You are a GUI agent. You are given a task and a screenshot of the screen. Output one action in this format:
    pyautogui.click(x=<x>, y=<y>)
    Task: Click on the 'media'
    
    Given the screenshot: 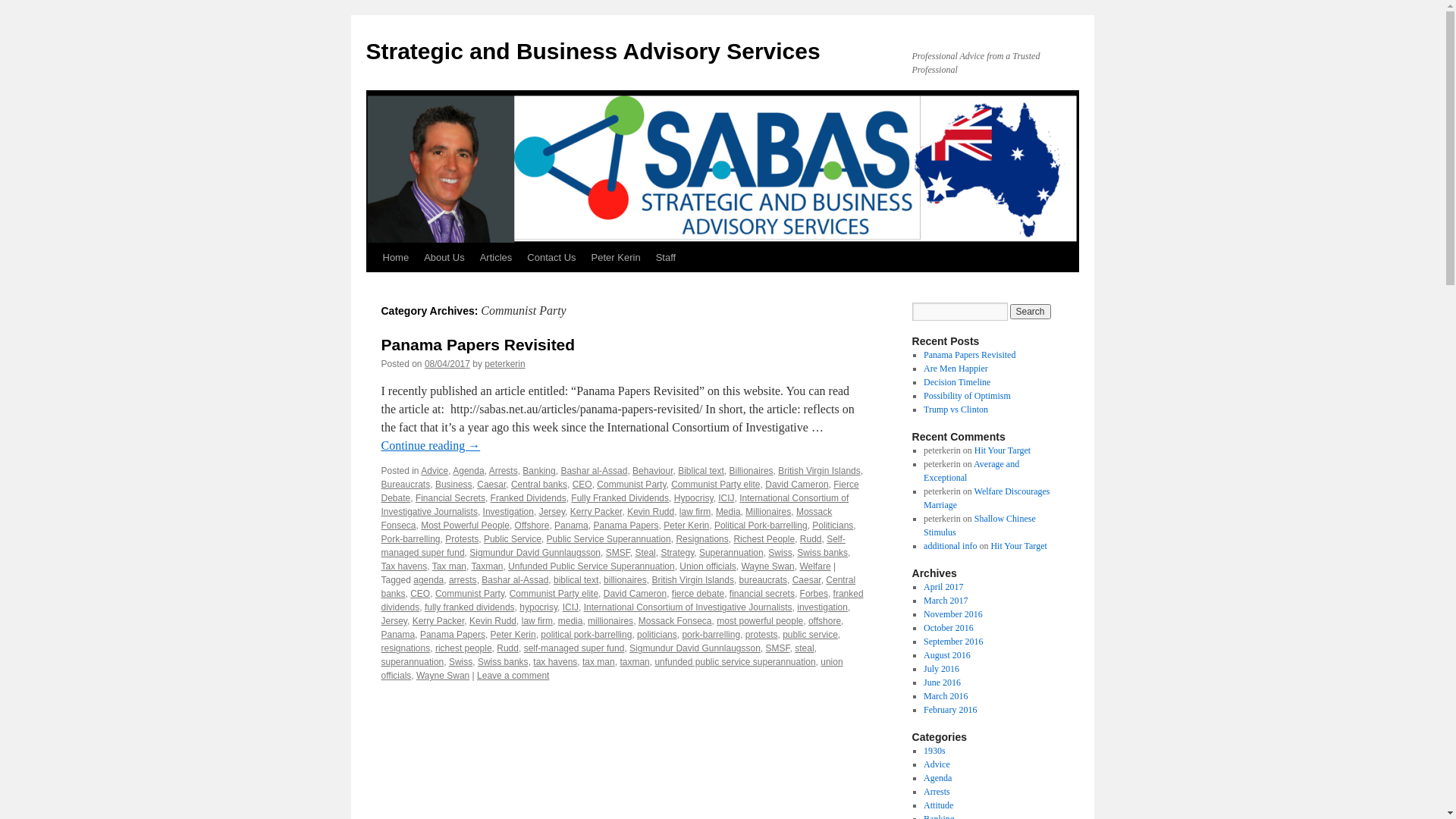 What is the action you would take?
    pyautogui.click(x=570, y=620)
    